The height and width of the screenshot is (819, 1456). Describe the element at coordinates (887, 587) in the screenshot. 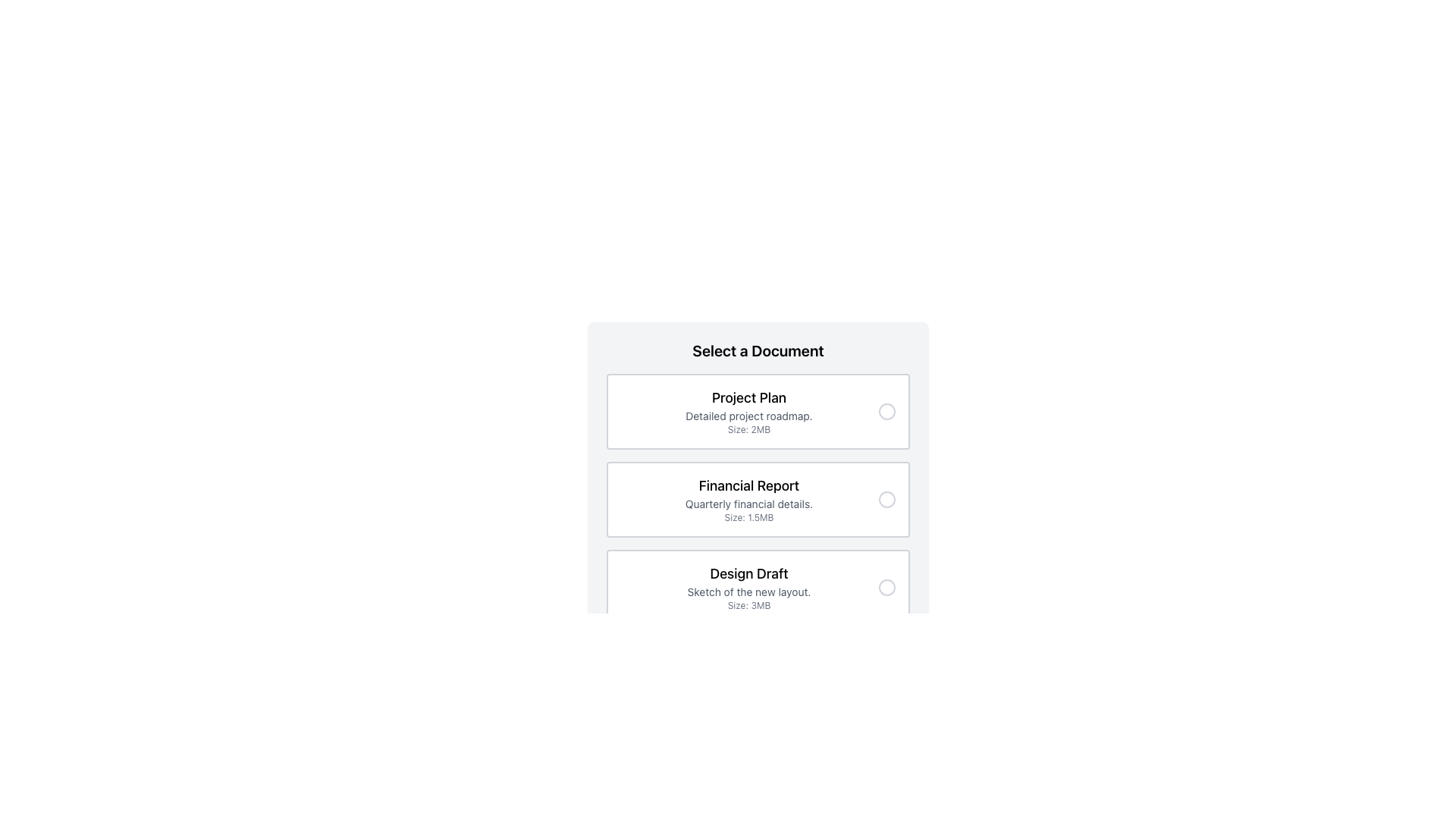

I see `the radio button indicator located at the far right of the 'Design Draft' option` at that location.